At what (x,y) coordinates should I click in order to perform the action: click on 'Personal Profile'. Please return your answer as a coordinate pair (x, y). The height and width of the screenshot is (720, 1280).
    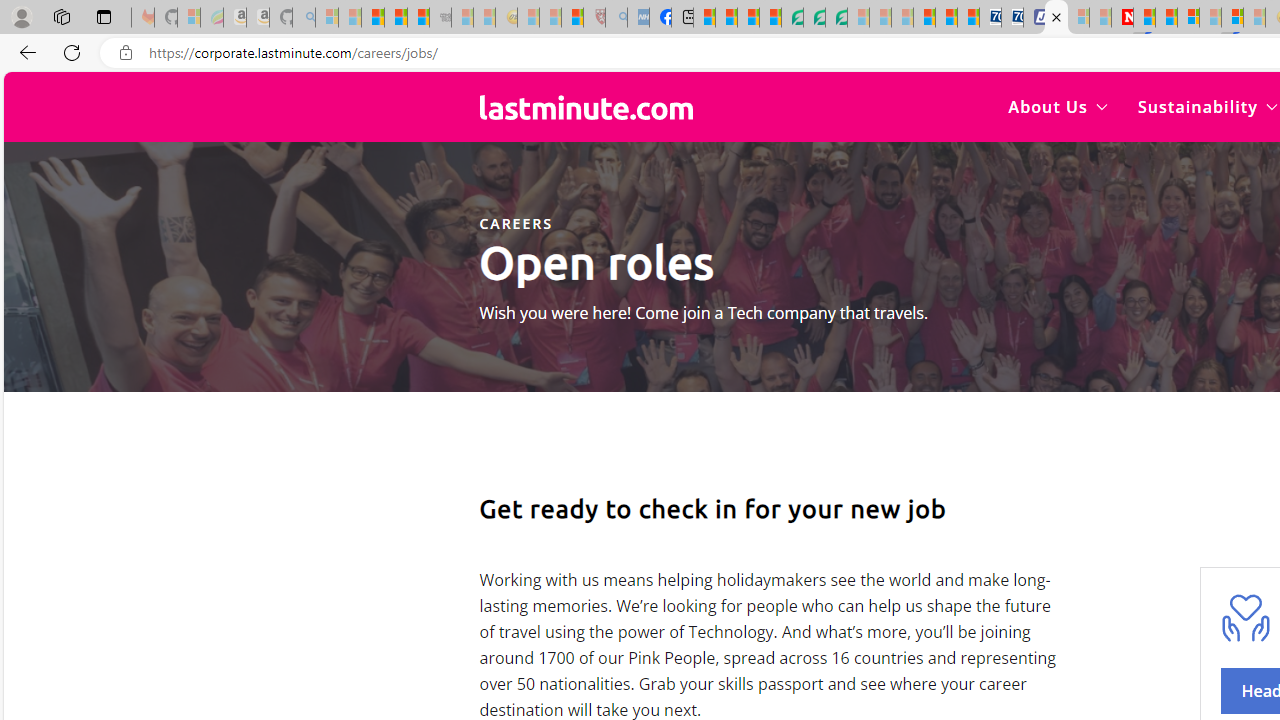
    Looking at the image, I should click on (21, 16).